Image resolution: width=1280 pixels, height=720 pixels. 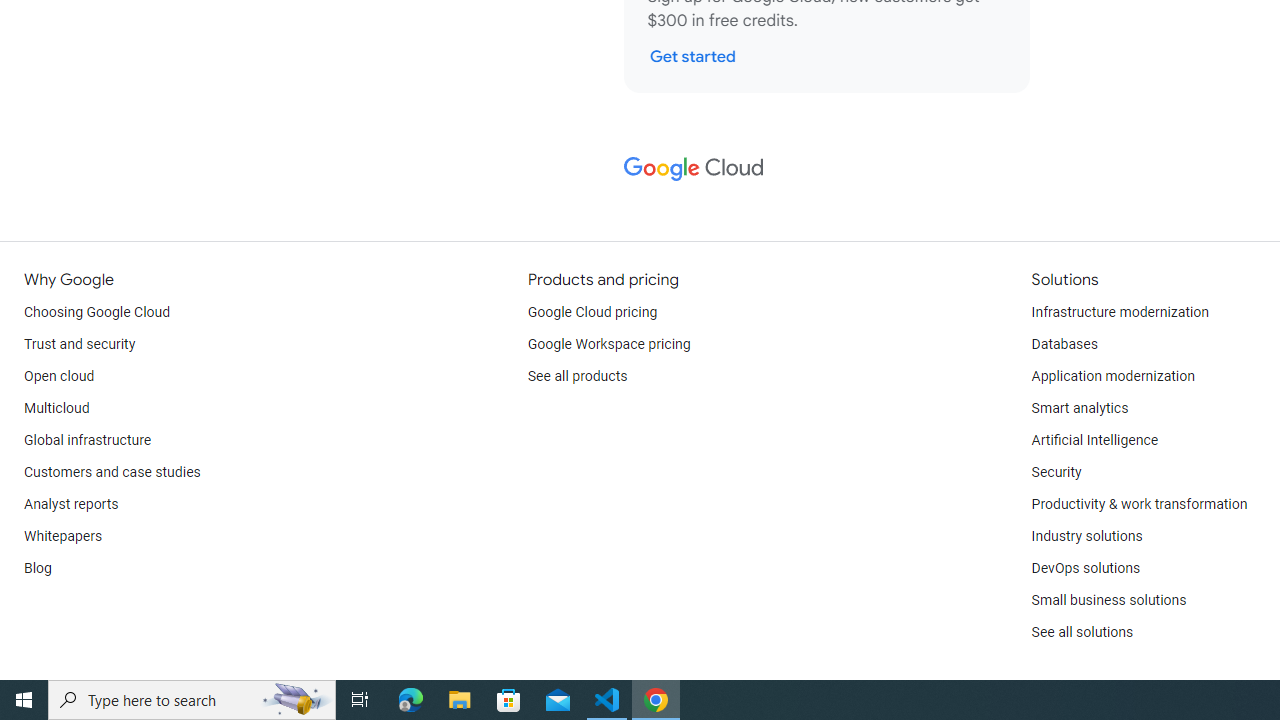 I want to click on 'Productivity & work transformation', so click(x=1139, y=504).